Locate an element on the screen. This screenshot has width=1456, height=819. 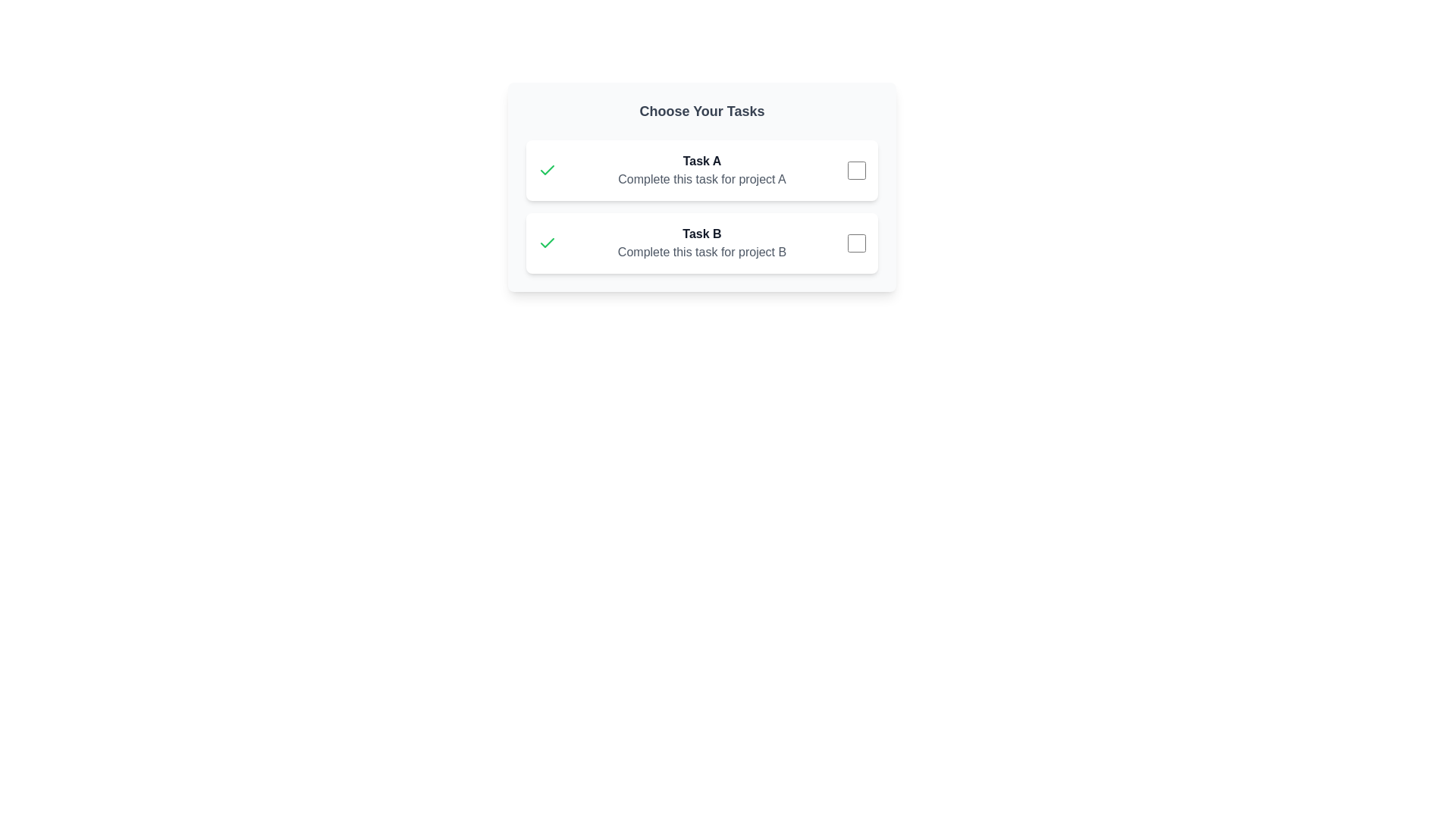
the static text label displaying 'Task B' in bold dark gray font, located in the second task panel under 'Choose Your Tasks' is located at coordinates (701, 234).